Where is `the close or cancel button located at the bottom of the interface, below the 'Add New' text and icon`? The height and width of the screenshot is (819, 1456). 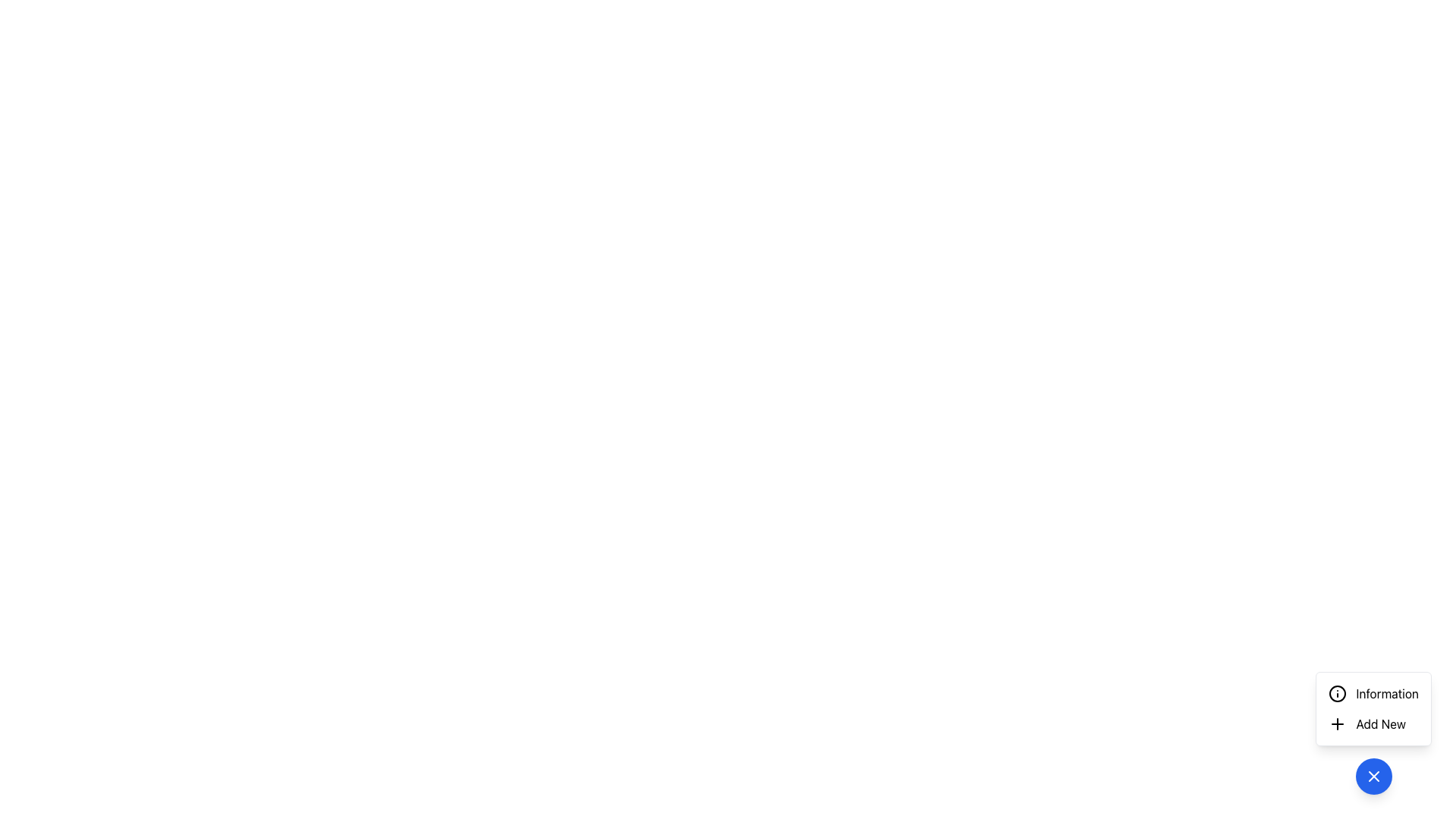
the close or cancel button located at the bottom of the interface, below the 'Add New' text and icon is located at coordinates (1373, 776).